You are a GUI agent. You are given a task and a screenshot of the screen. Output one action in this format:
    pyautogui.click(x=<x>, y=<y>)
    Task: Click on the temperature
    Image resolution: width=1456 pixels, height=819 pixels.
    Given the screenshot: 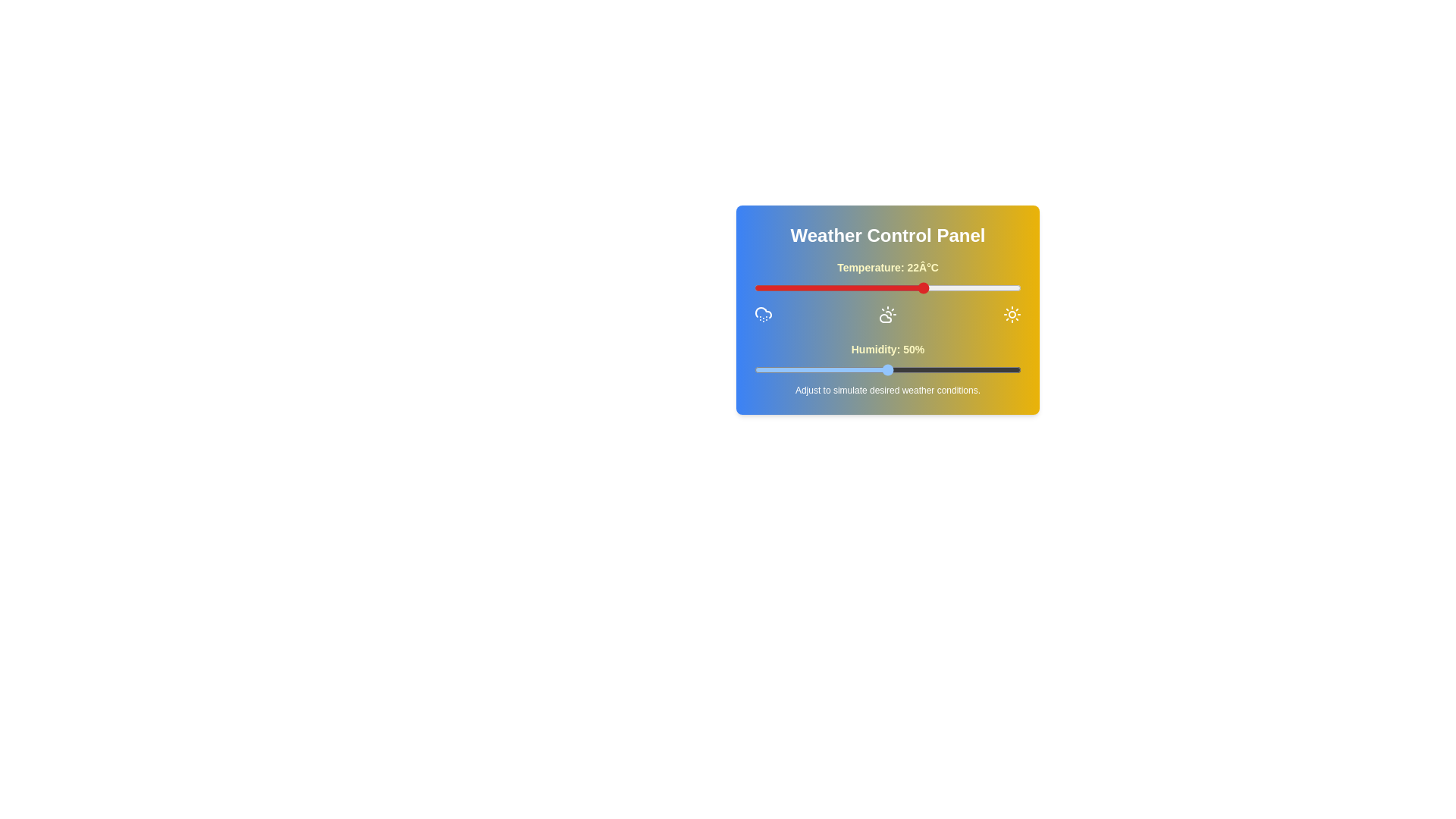 What is the action you would take?
    pyautogui.click(x=877, y=288)
    